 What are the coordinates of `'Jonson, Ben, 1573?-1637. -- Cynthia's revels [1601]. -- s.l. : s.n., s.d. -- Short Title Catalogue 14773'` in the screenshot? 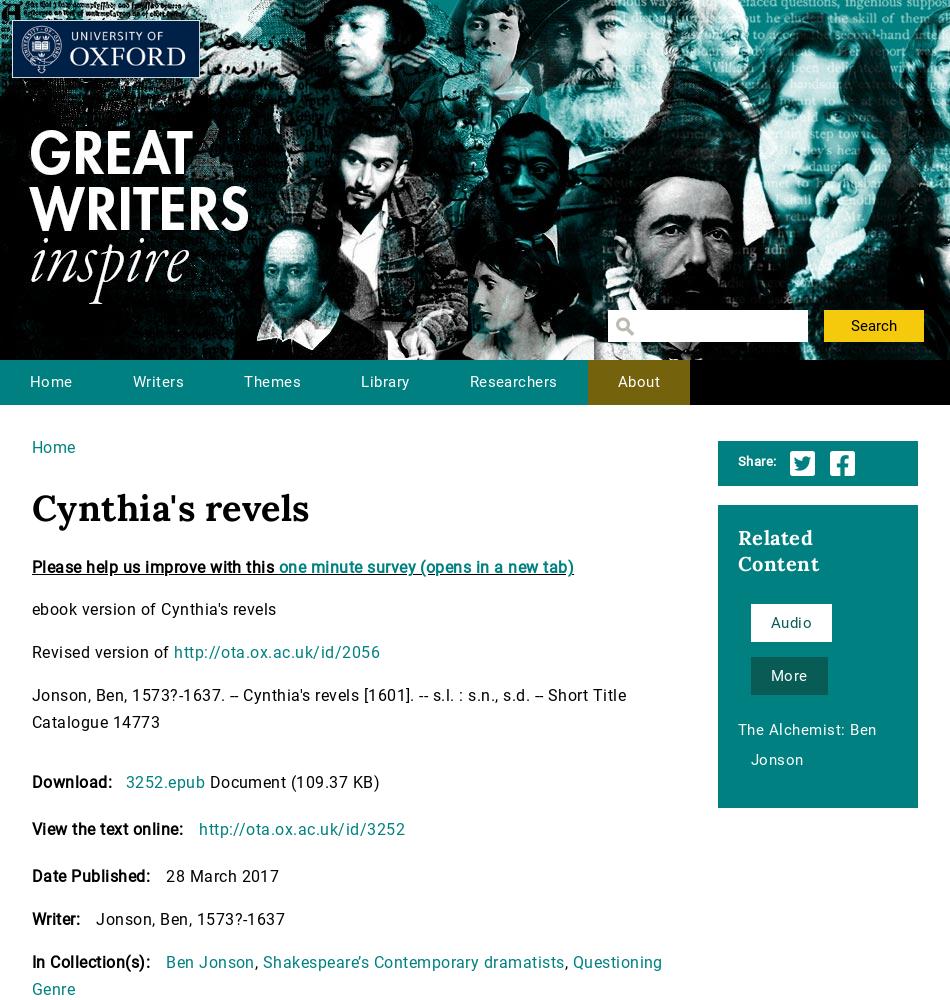 It's located at (32, 708).